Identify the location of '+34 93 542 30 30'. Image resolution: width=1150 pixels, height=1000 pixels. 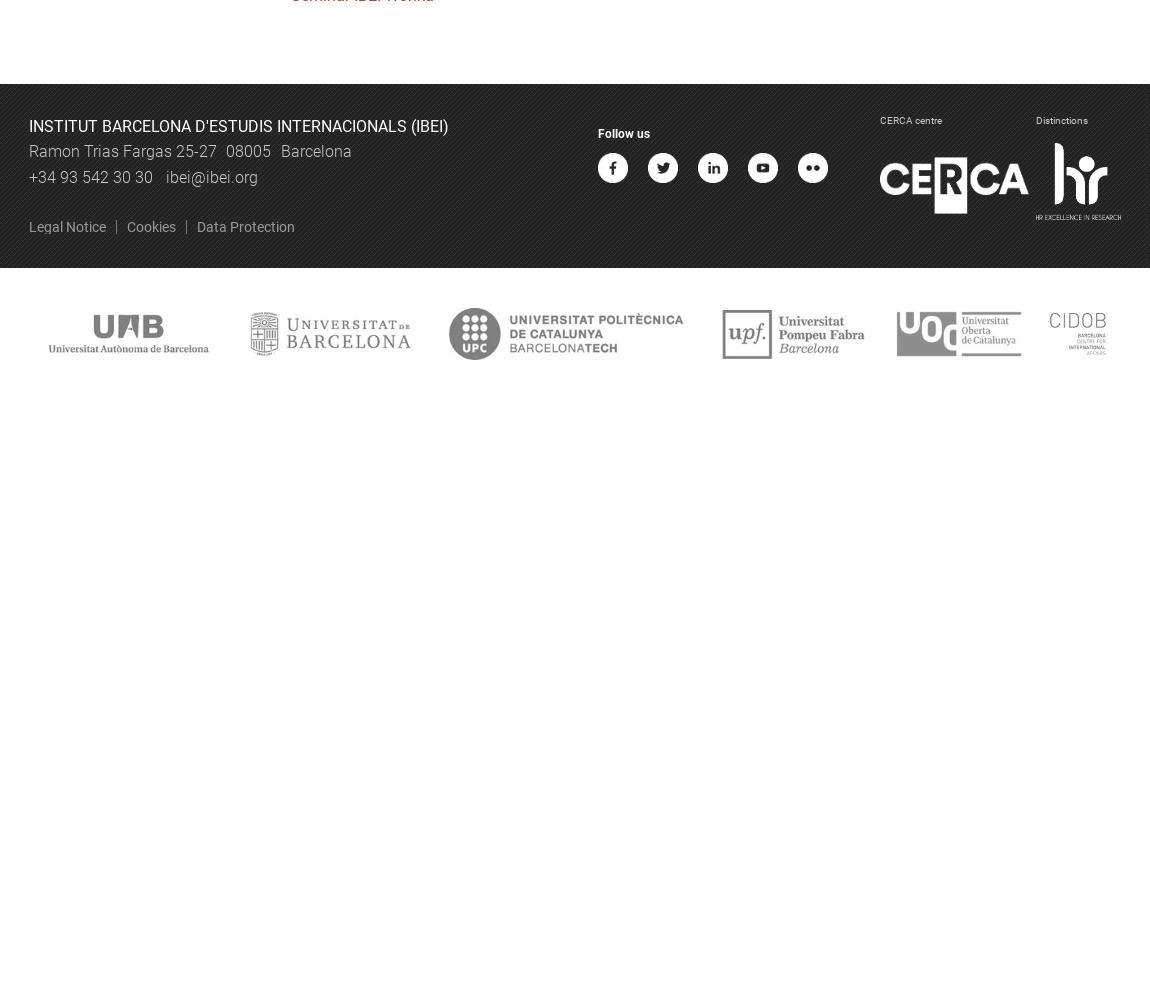
(91, 176).